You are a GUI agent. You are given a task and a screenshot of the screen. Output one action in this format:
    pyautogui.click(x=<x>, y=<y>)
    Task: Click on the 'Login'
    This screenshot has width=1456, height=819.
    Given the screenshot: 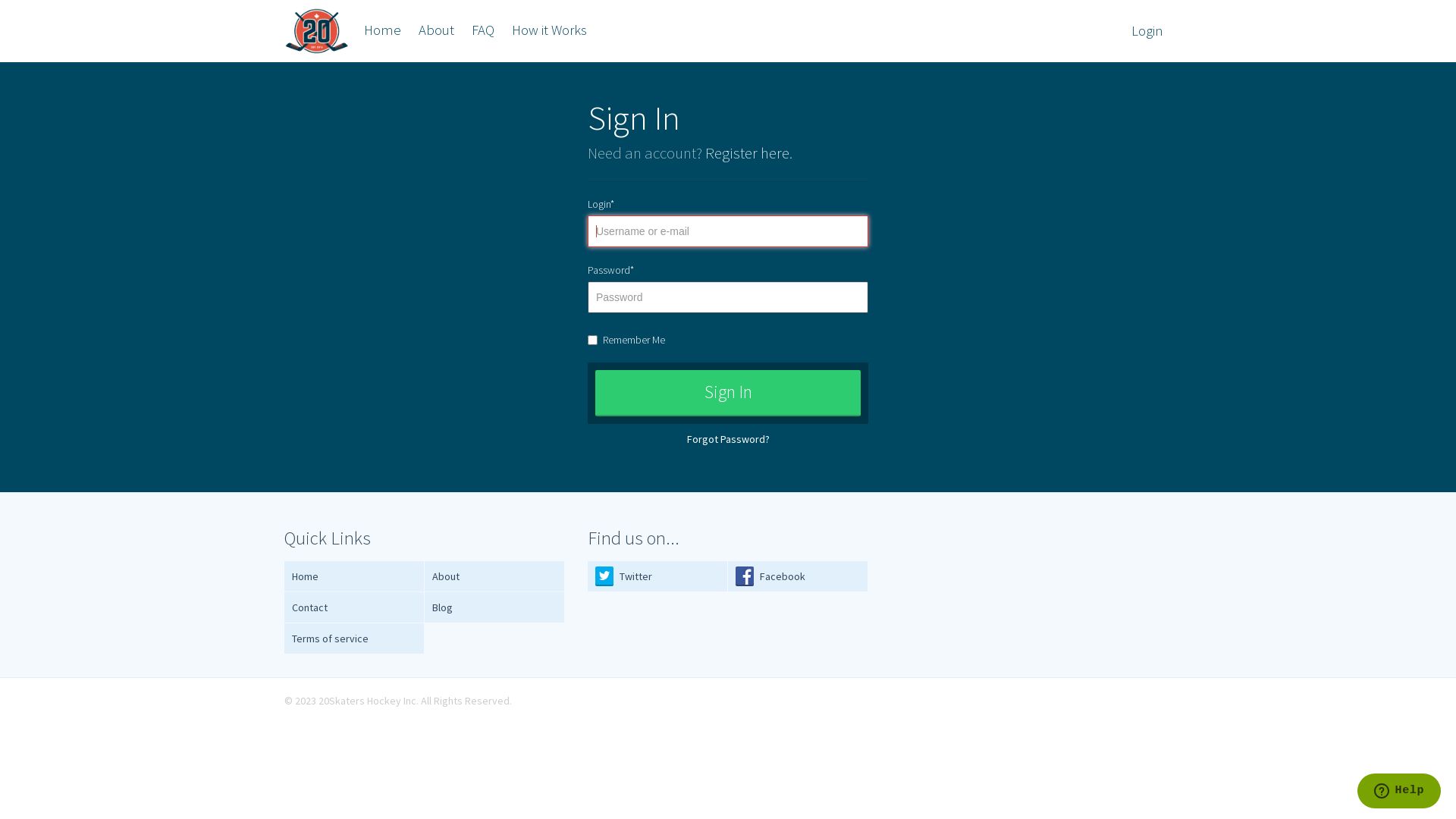 What is the action you would take?
    pyautogui.click(x=1147, y=31)
    